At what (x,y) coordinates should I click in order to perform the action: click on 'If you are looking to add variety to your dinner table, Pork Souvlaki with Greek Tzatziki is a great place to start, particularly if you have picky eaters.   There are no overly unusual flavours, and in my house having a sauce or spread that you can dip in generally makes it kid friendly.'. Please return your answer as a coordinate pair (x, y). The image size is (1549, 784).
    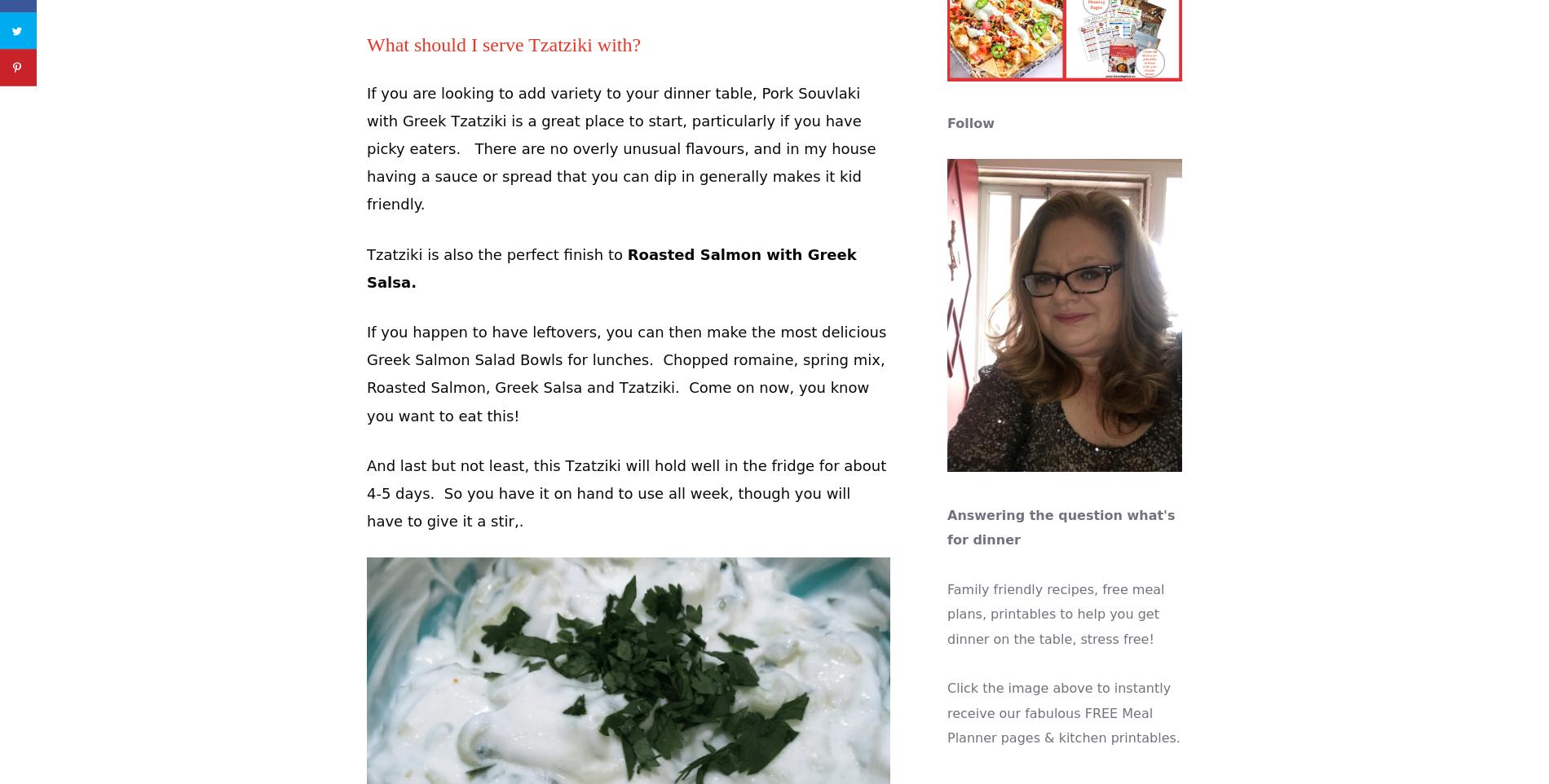
    Looking at the image, I should click on (620, 148).